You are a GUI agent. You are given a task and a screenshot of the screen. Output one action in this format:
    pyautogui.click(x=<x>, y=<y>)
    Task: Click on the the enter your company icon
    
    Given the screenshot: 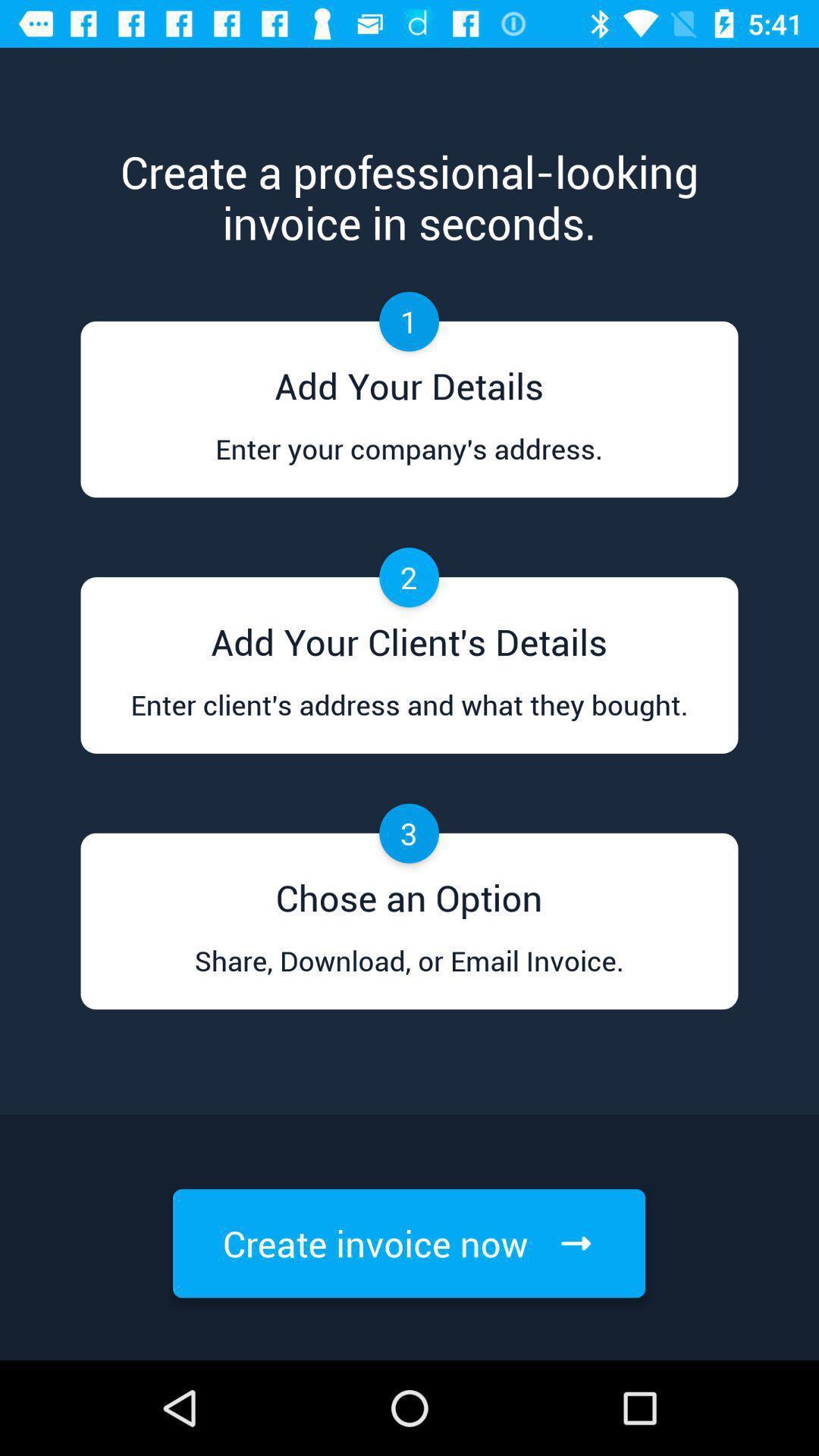 What is the action you would take?
    pyautogui.click(x=408, y=463)
    